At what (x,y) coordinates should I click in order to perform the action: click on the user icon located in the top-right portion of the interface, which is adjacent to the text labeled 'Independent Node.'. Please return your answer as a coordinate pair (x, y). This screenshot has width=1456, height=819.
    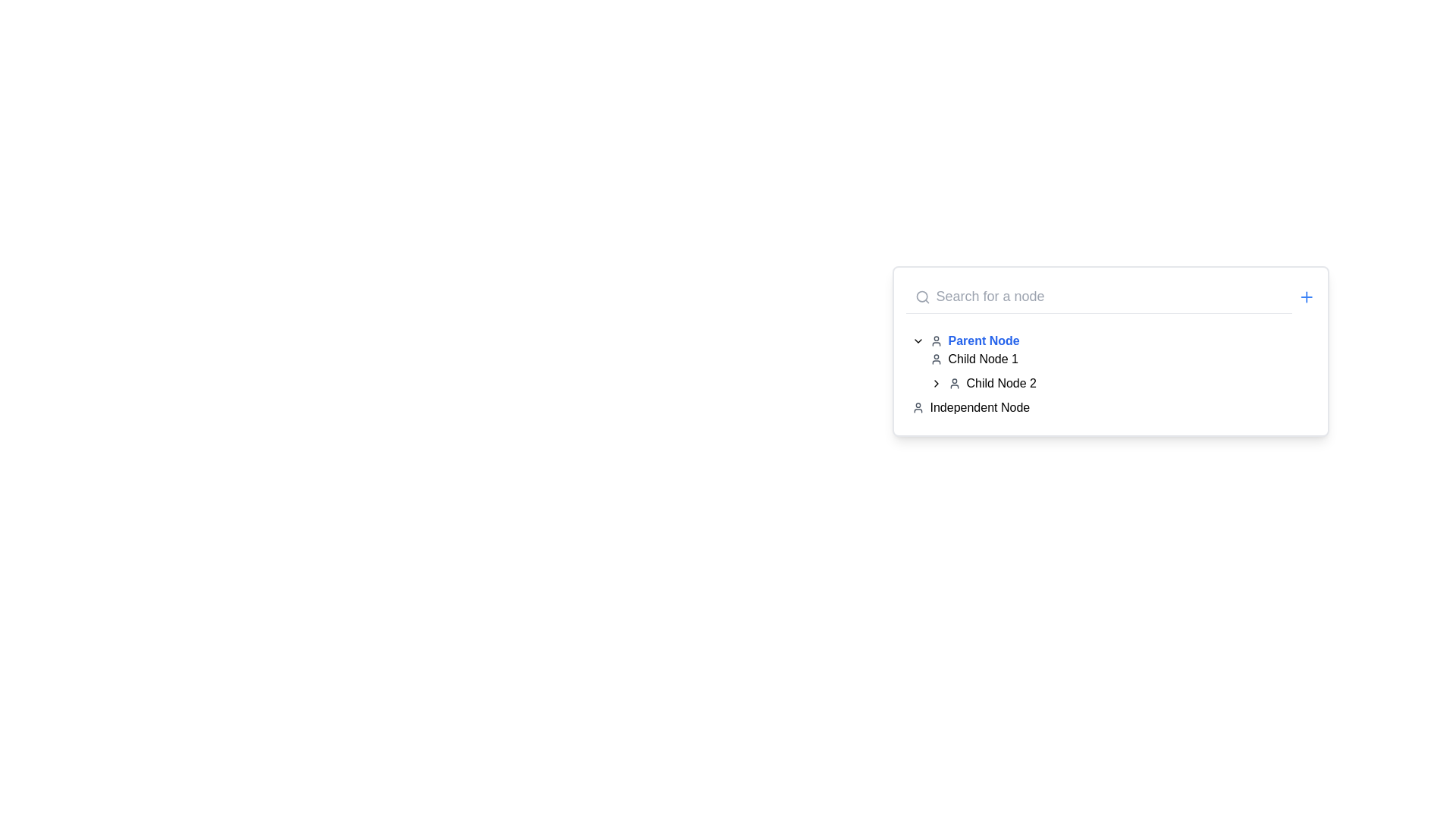
    Looking at the image, I should click on (917, 406).